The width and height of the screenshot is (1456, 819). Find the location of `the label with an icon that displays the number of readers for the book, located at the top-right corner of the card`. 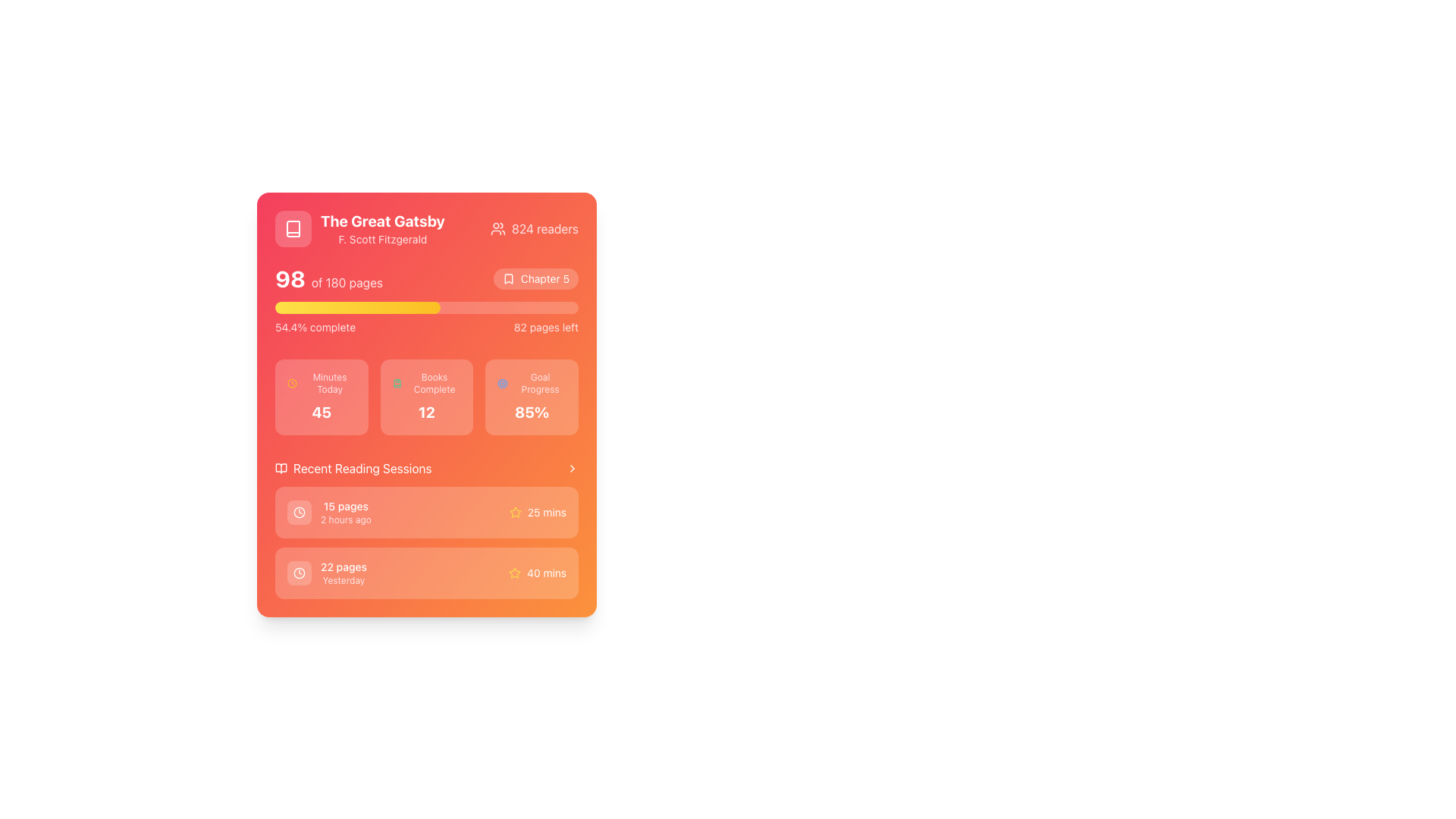

the label with an icon that displays the number of readers for the book, located at the top-right corner of the card is located at coordinates (535, 228).